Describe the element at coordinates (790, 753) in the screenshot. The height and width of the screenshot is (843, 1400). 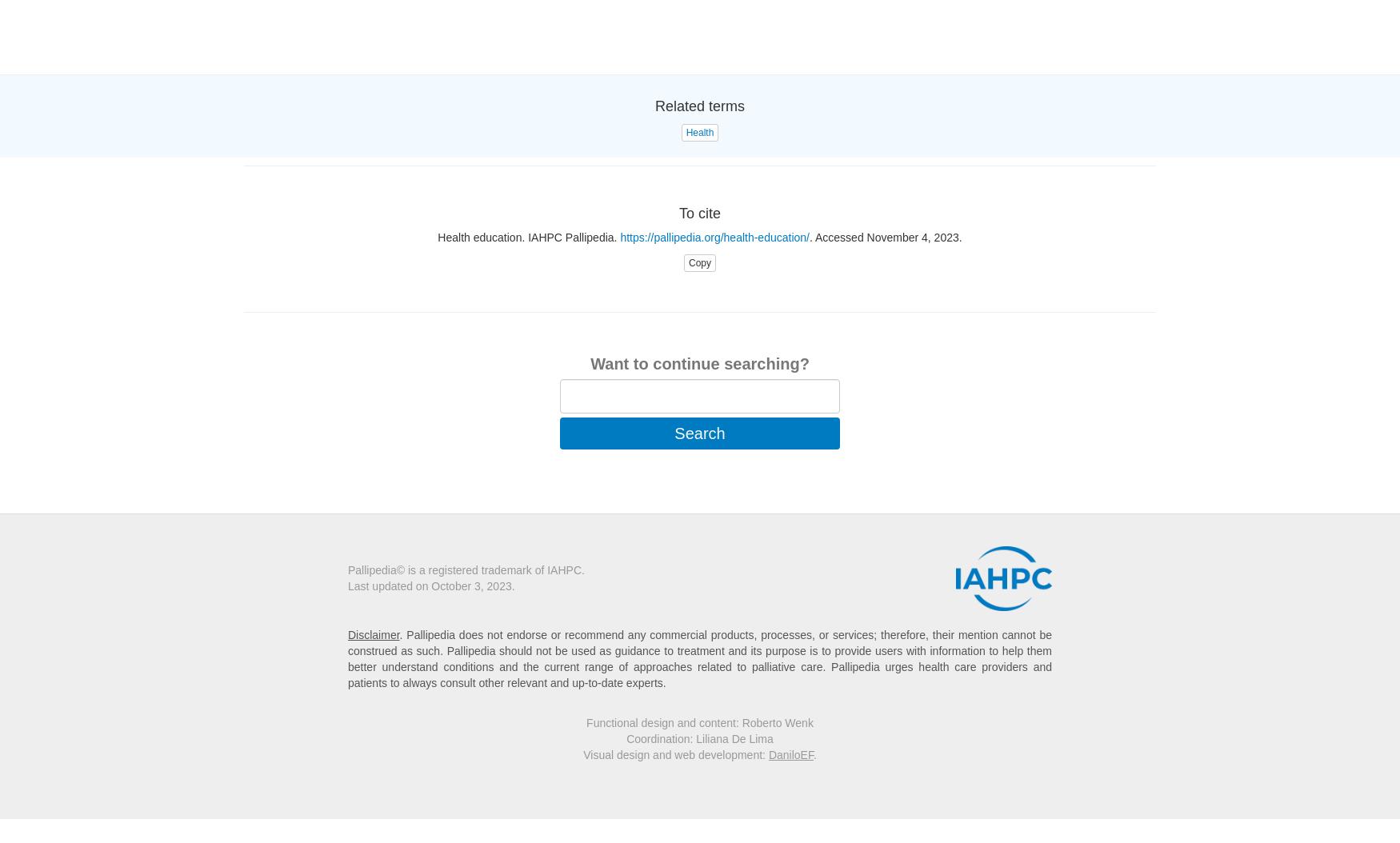
I see `'DaniloEF'` at that location.